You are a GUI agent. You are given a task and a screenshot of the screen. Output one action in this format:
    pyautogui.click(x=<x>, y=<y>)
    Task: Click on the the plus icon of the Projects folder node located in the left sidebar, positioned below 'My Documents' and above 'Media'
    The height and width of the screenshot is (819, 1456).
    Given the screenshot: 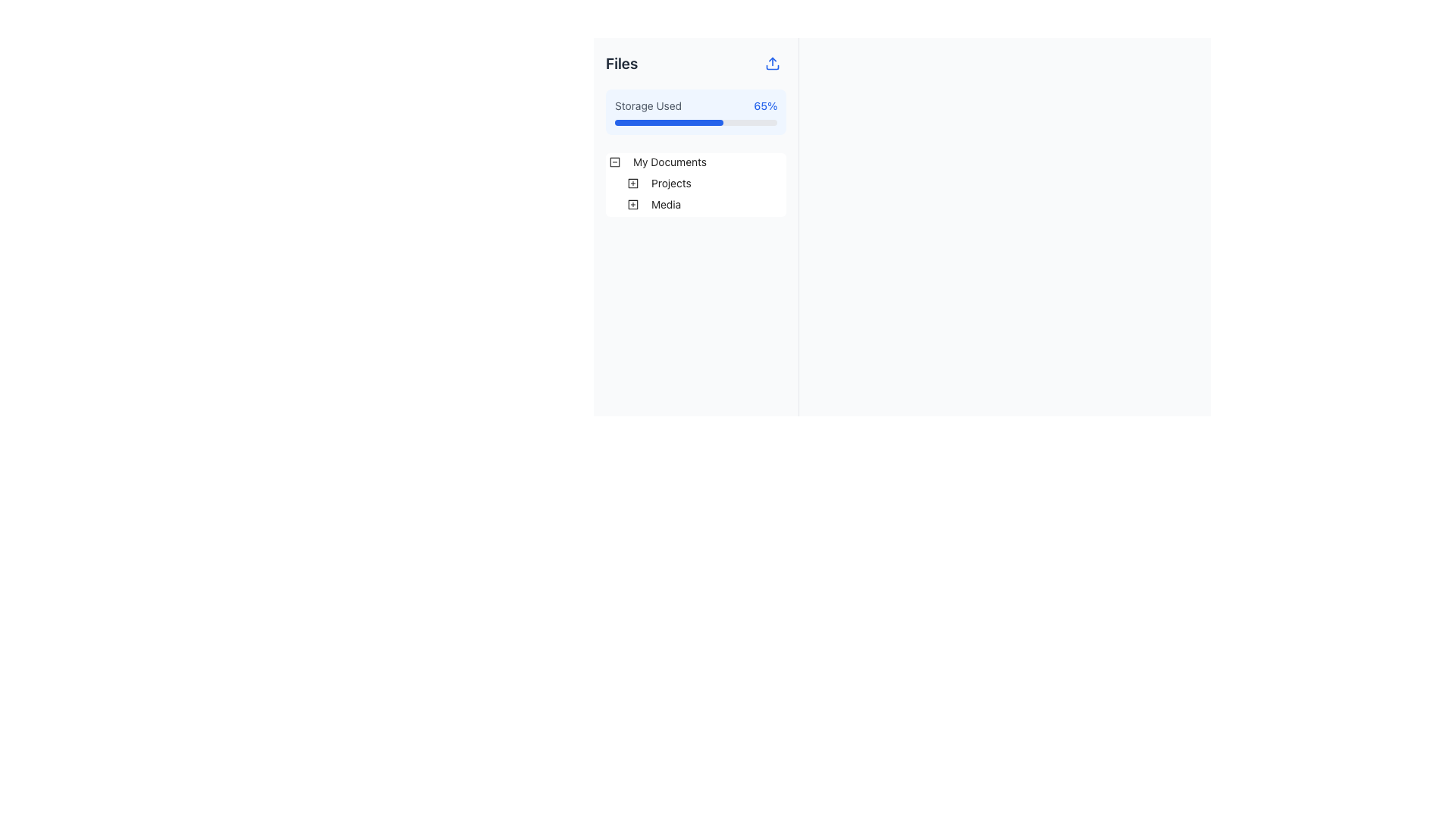 What is the action you would take?
    pyautogui.click(x=651, y=183)
    